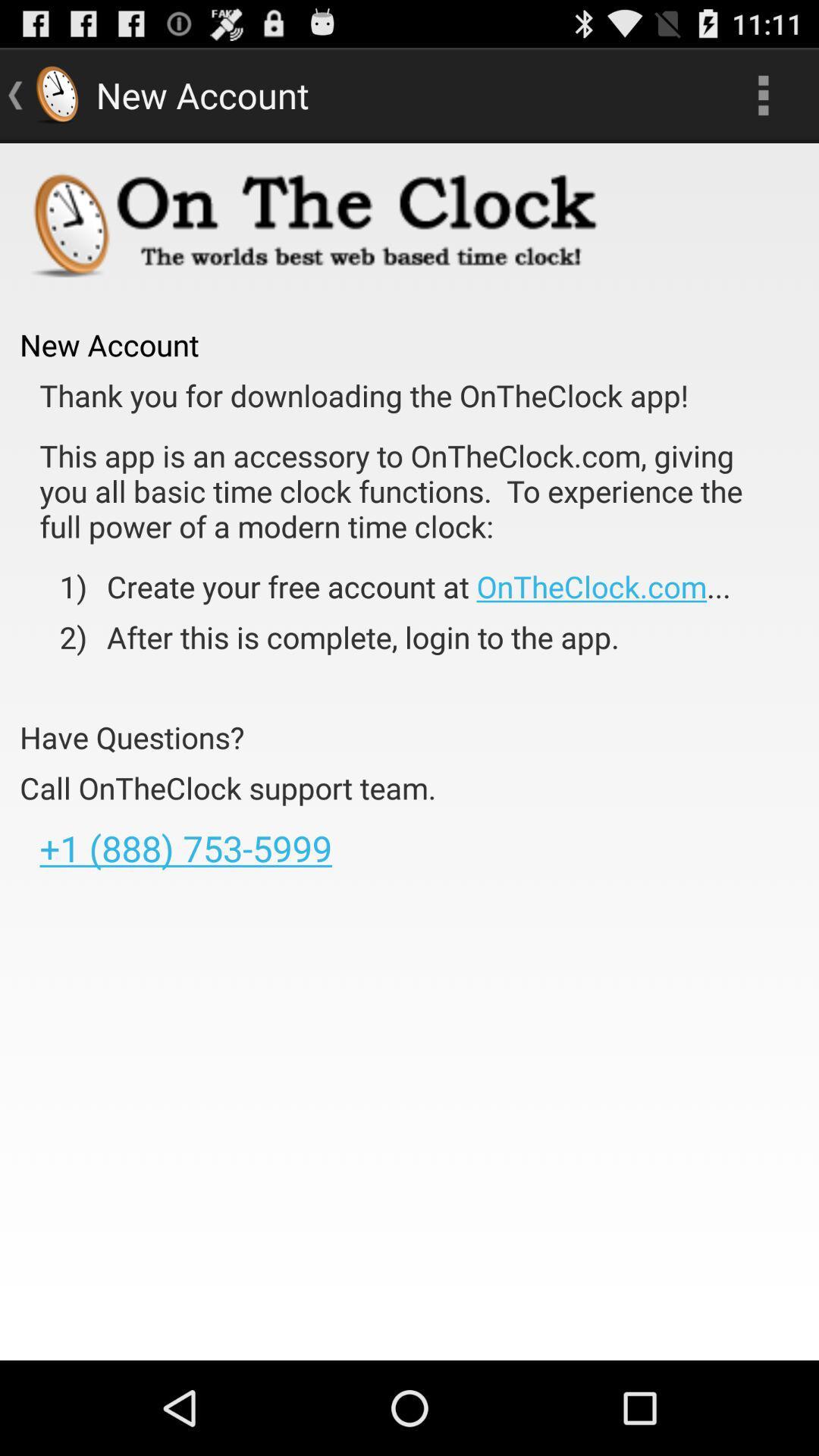 Image resolution: width=819 pixels, height=1456 pixels. I want to click on the call ontheclock support, so click(227, 788).